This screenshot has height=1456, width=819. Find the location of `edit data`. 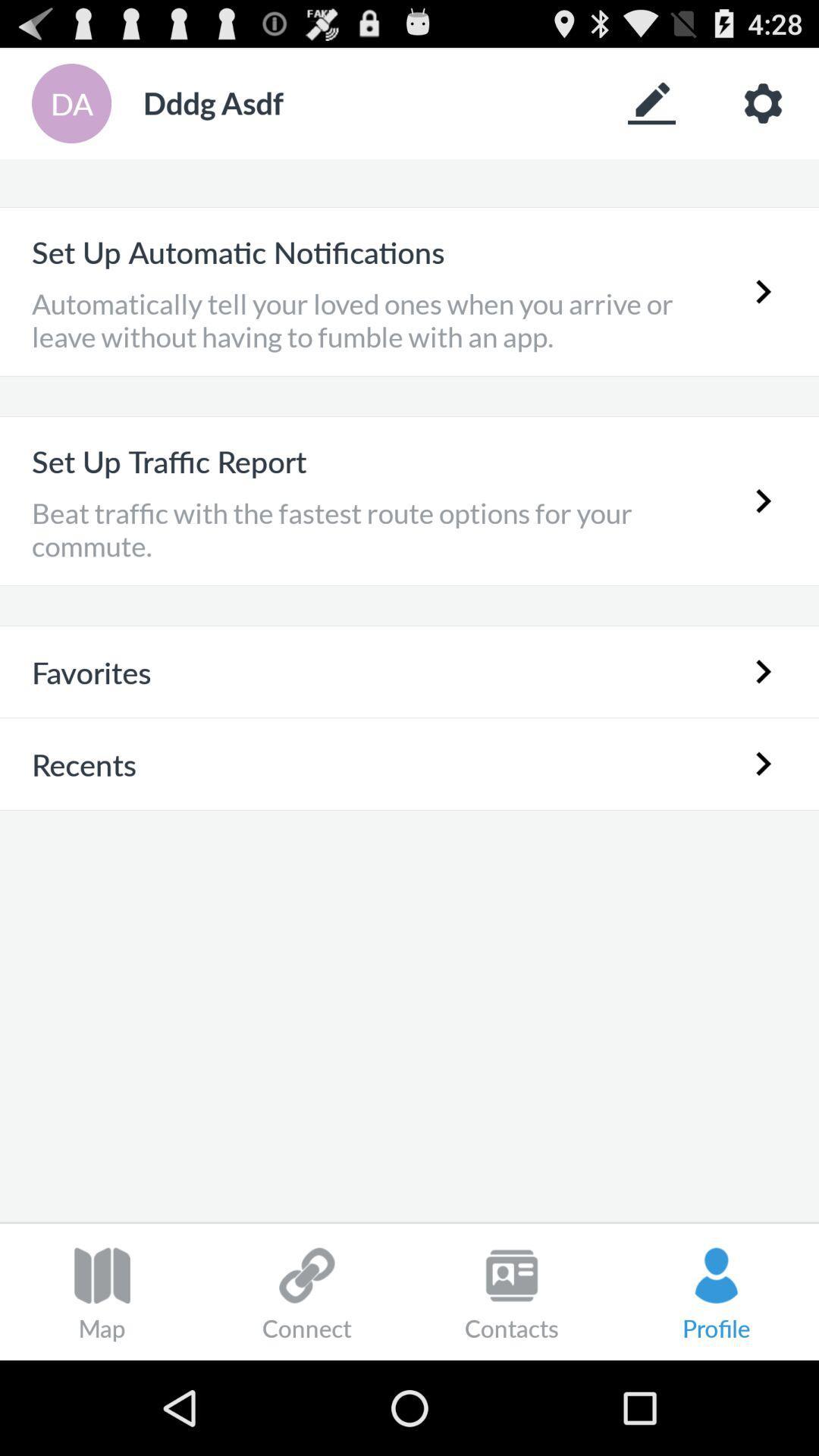

edit data is located at coordinates (651, 102).